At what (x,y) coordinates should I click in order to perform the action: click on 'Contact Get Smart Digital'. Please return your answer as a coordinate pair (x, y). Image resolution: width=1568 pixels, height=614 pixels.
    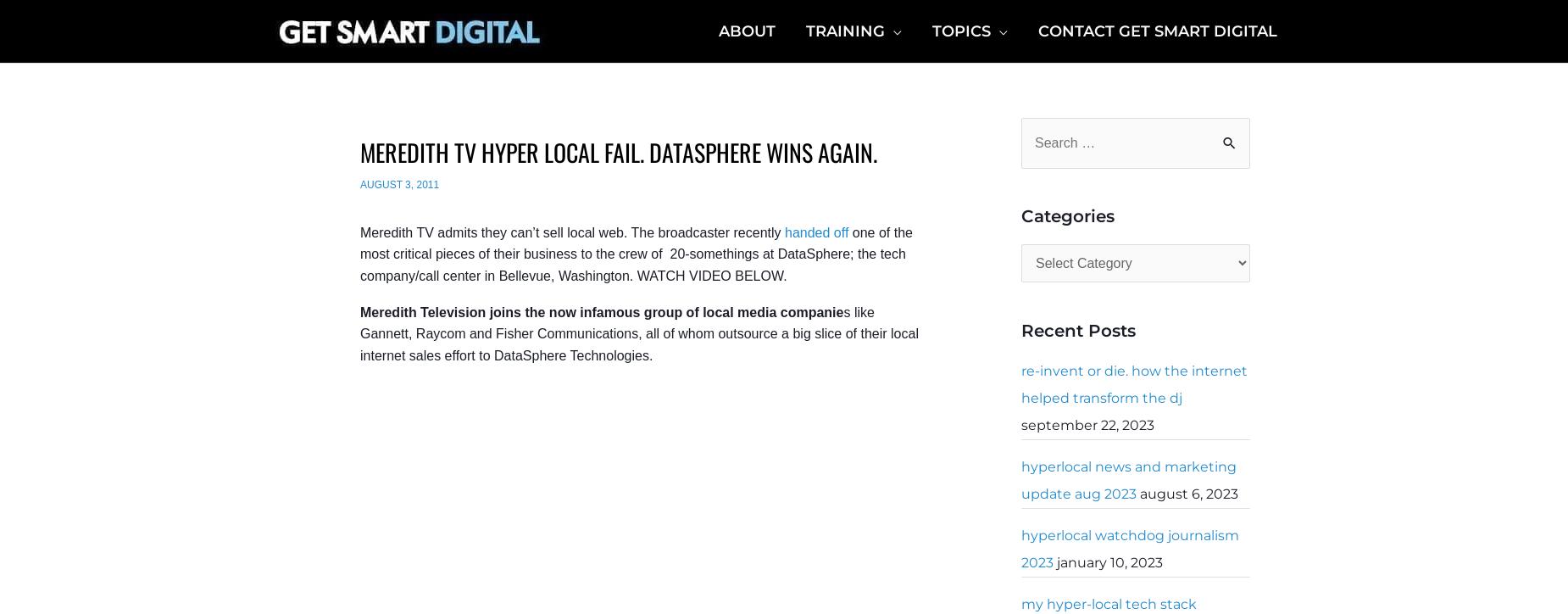
    Looking at the image, I should click on (1037, 31).